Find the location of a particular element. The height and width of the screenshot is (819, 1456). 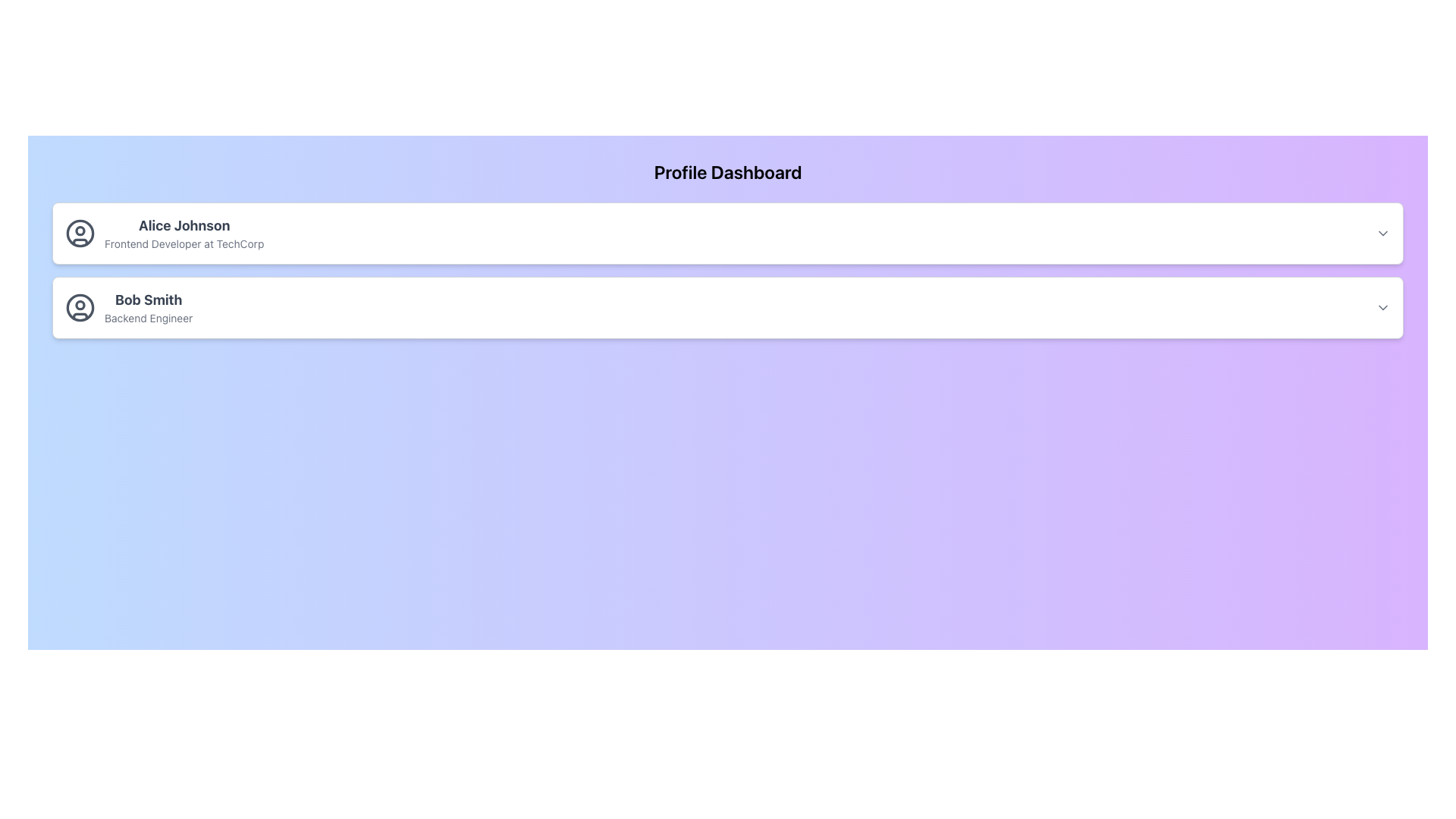

the linked actions associated with the profile display of 'Alice Johnson', the first entry in the profile list is located at coordinates (164, 234).